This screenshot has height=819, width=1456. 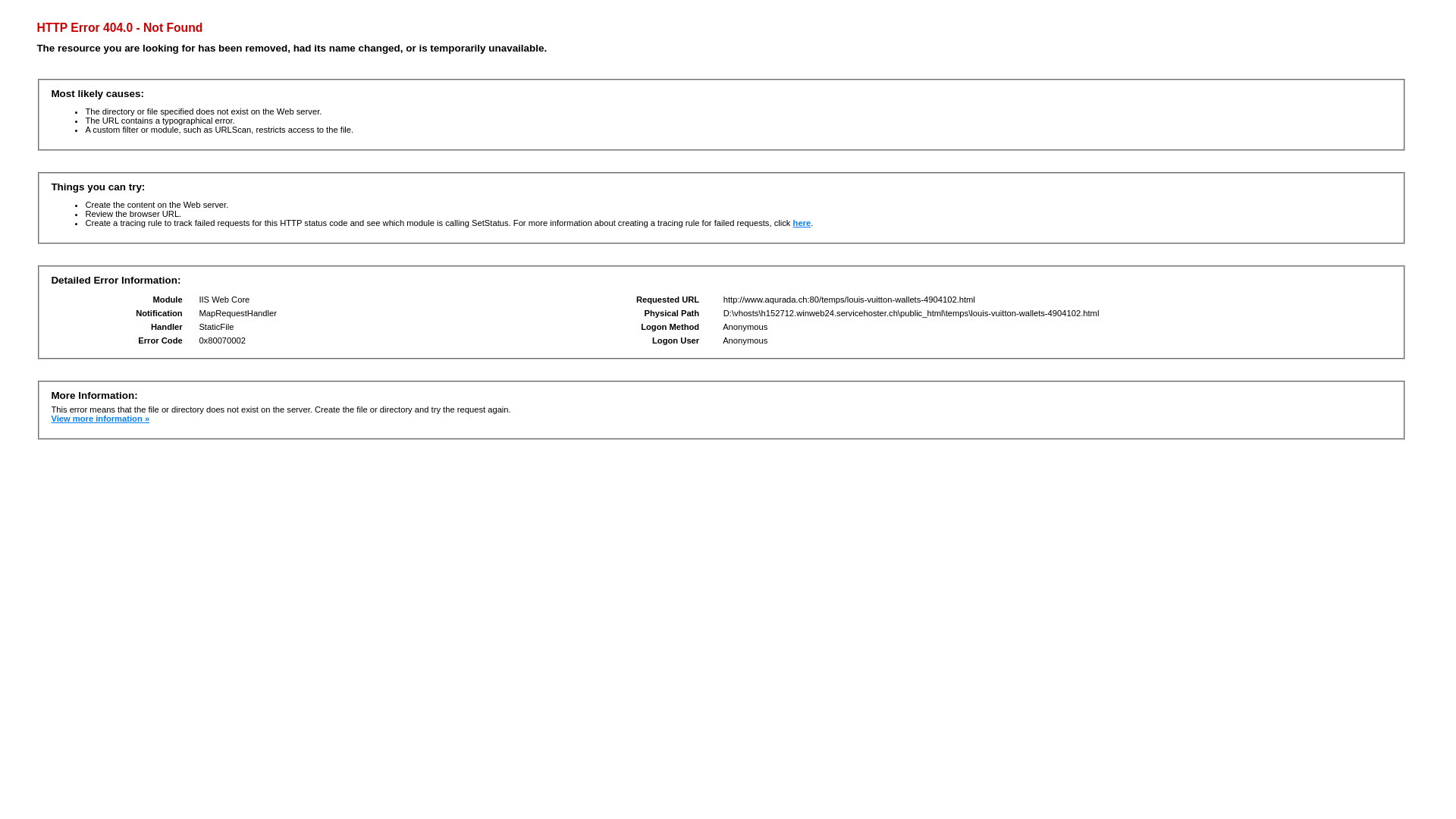 I want to click on 'here', so click(x=801, y=222).